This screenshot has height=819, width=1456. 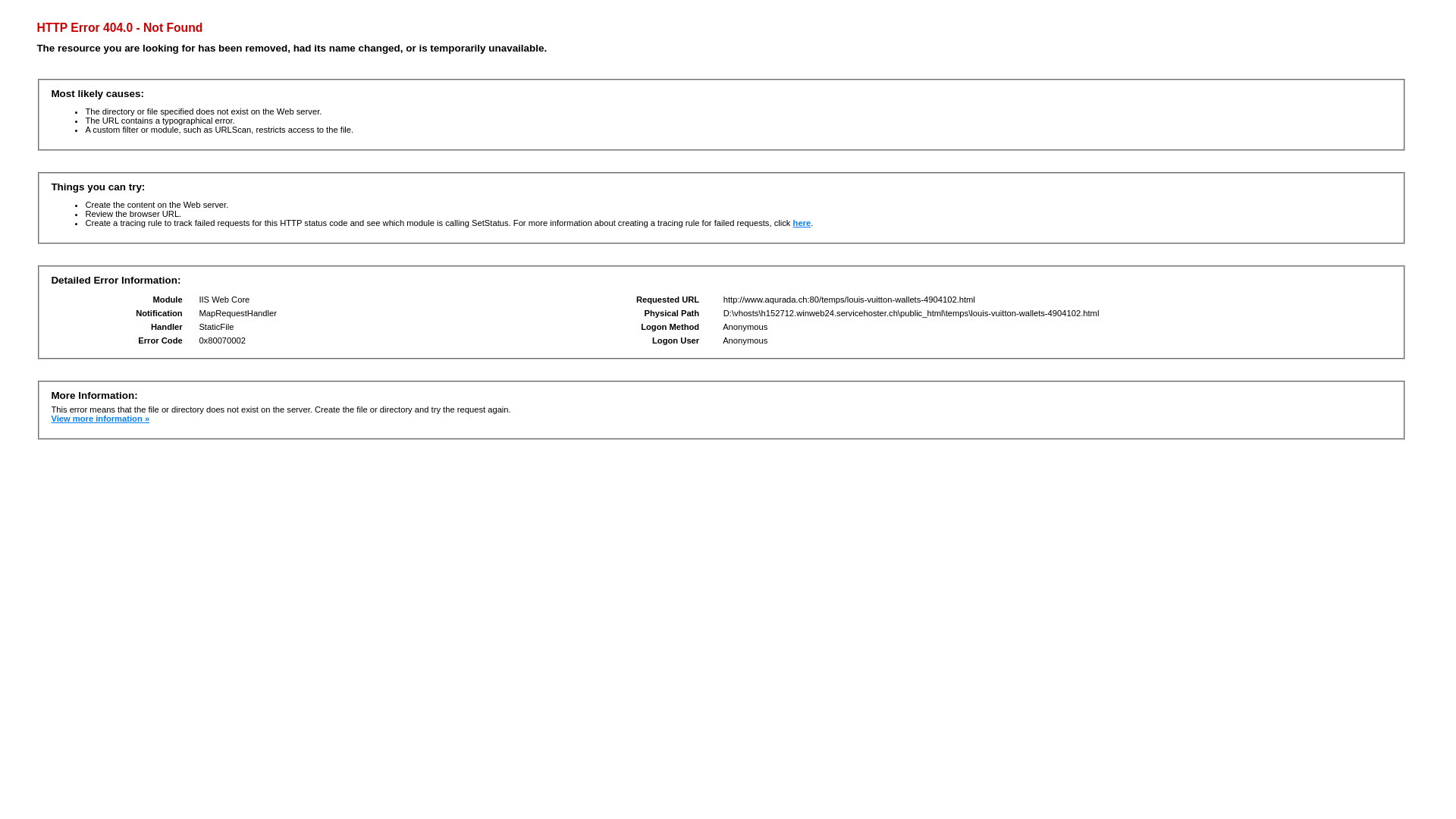 I want to click on 'here', so click(x=801, y=222).